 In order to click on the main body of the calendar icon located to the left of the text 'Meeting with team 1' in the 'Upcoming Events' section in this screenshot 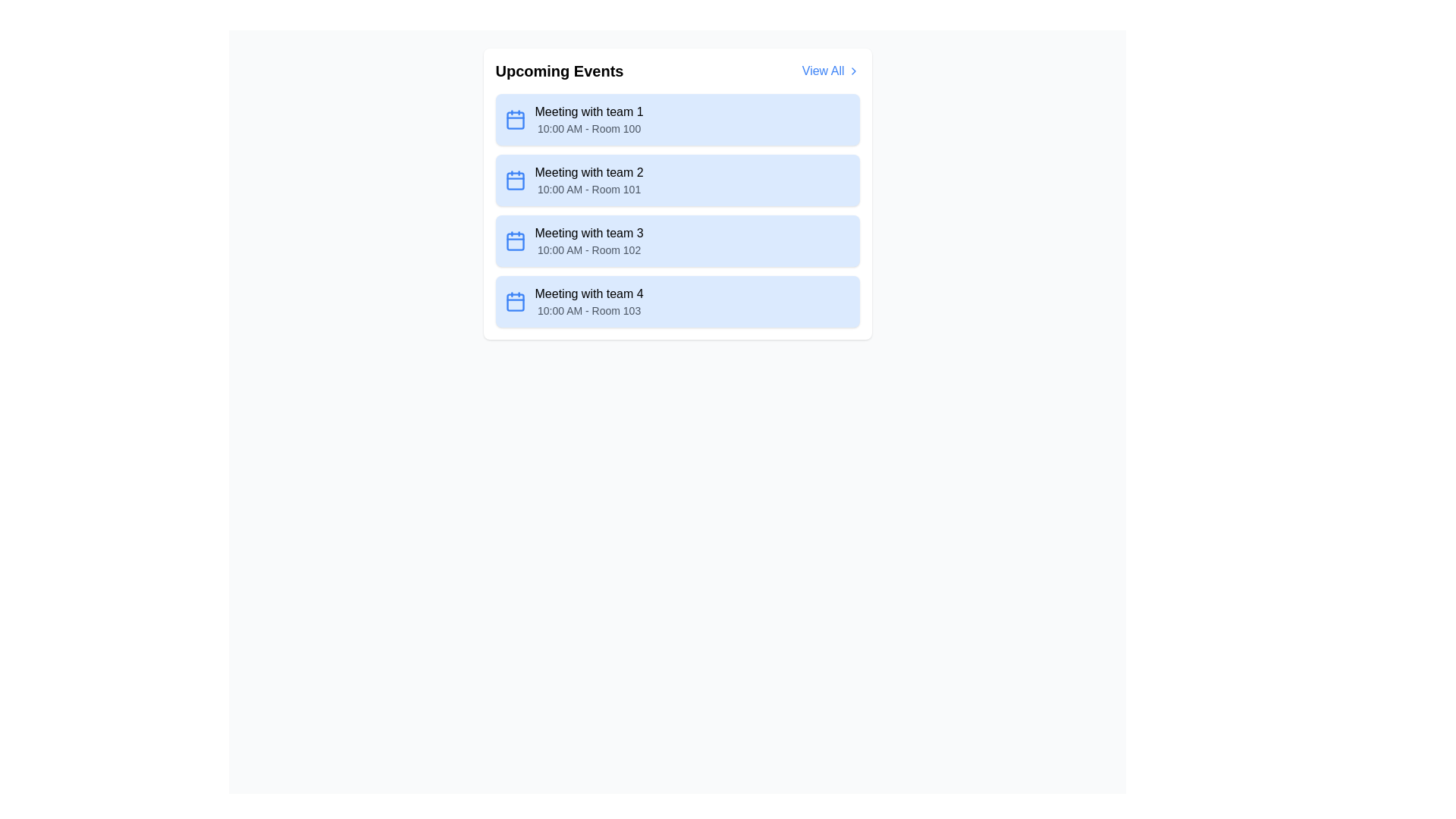, I will do `click(515, 120)`.